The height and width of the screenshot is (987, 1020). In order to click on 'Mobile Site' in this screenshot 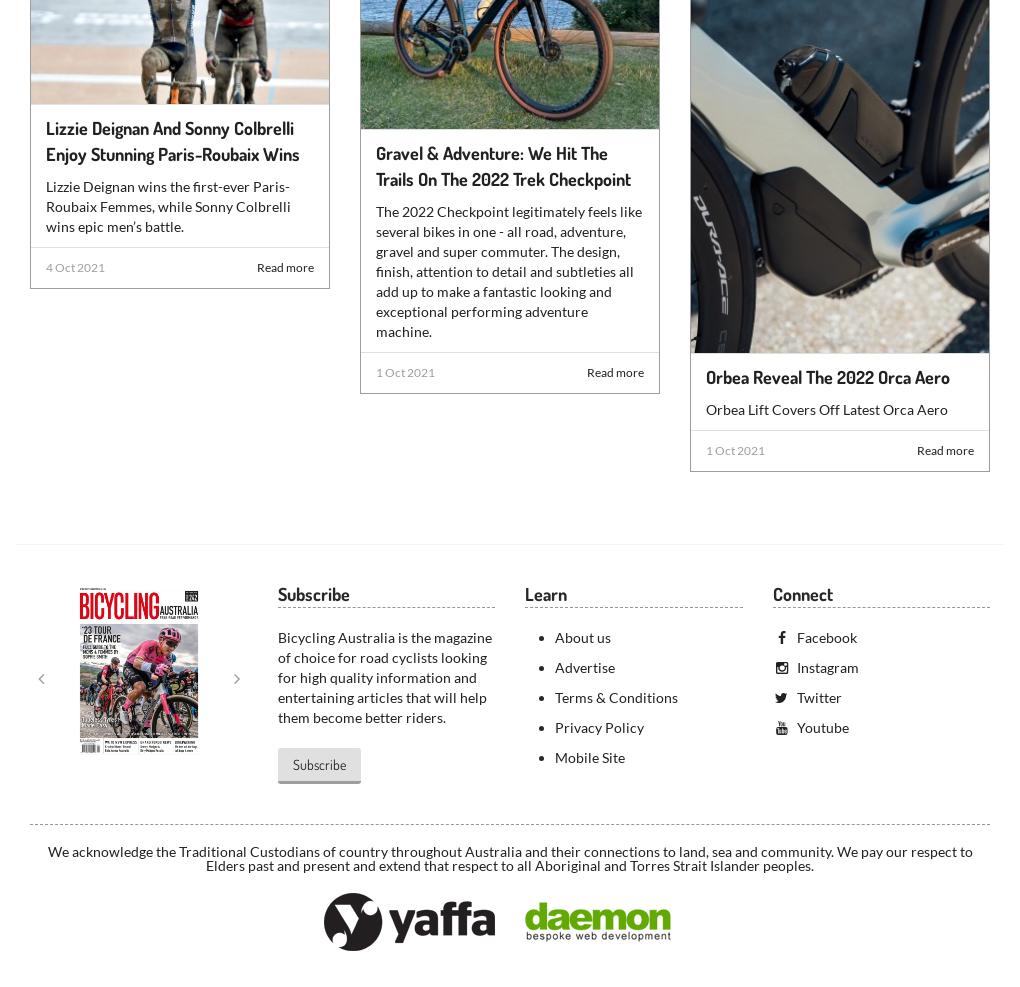, I will do `click(589, 755)`.